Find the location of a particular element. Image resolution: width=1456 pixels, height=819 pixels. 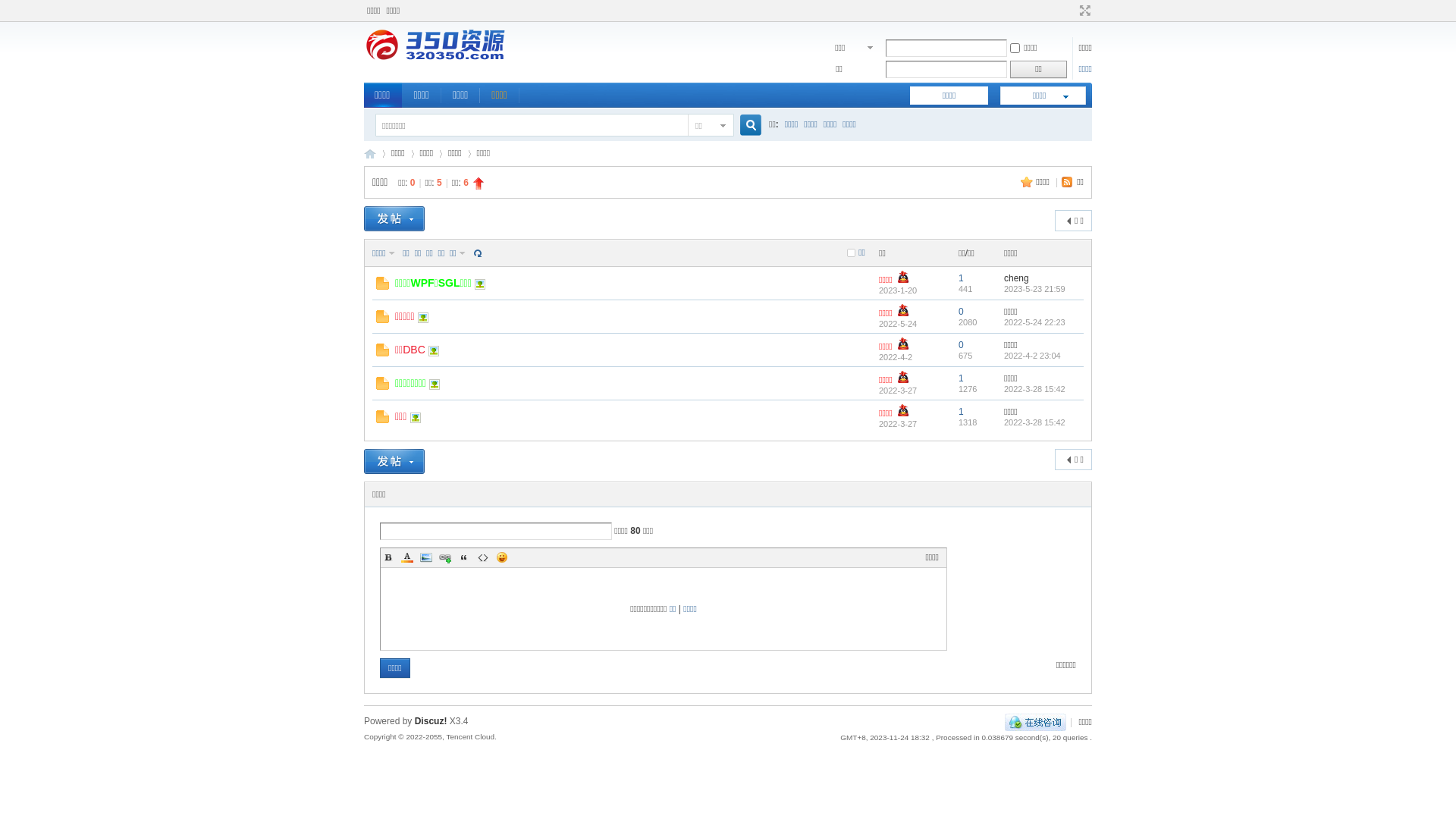

'Code' is located at coordinates (482, 557).